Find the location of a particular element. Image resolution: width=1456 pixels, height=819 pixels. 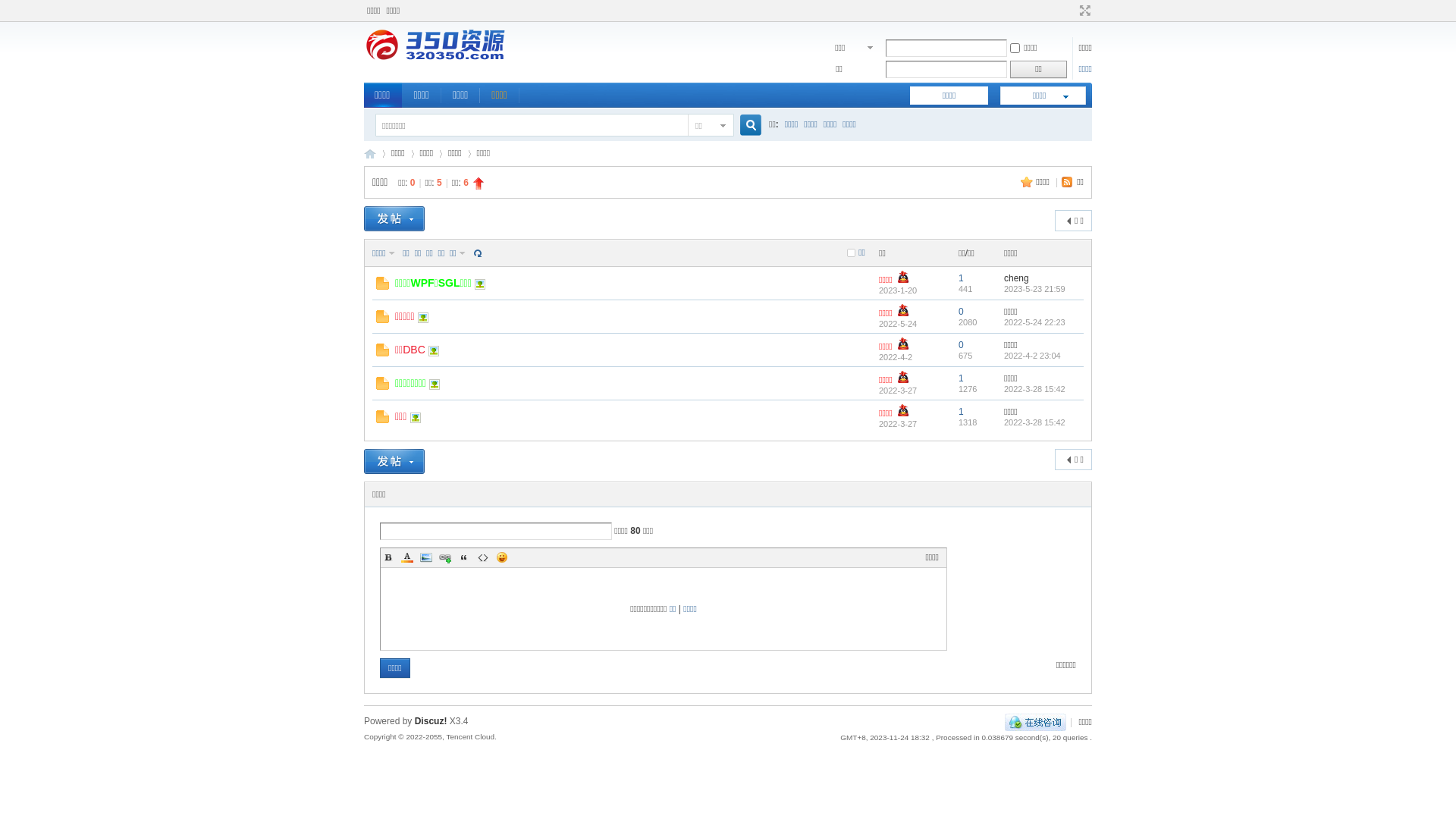

'Code' is located at coordinates (482, 557).